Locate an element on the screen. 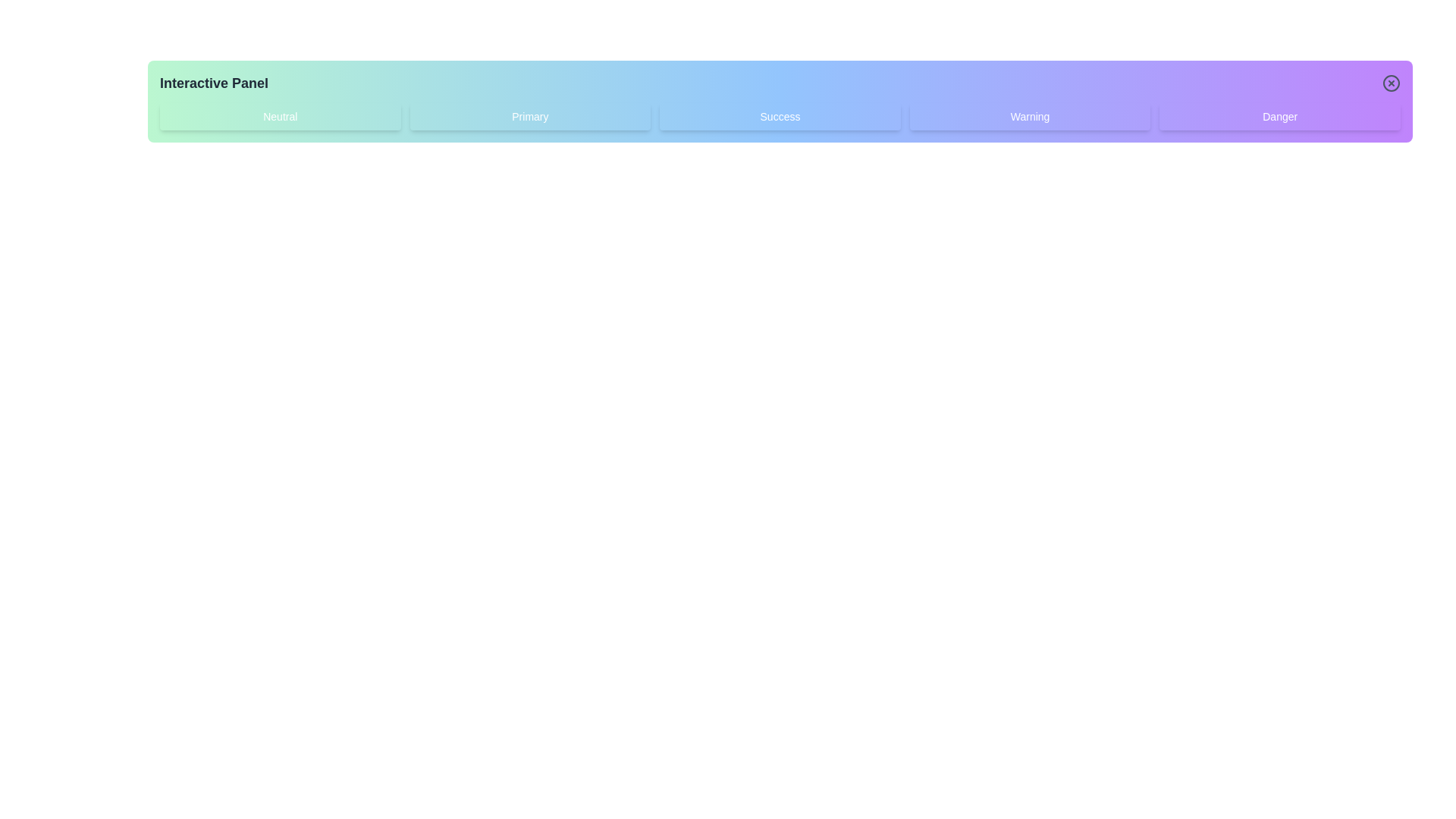 This screenshot has width=1456, height=819. the 'Success' button, which is the third button in a horizontal grid layout of five buttons is located at coordinates (780, 116).